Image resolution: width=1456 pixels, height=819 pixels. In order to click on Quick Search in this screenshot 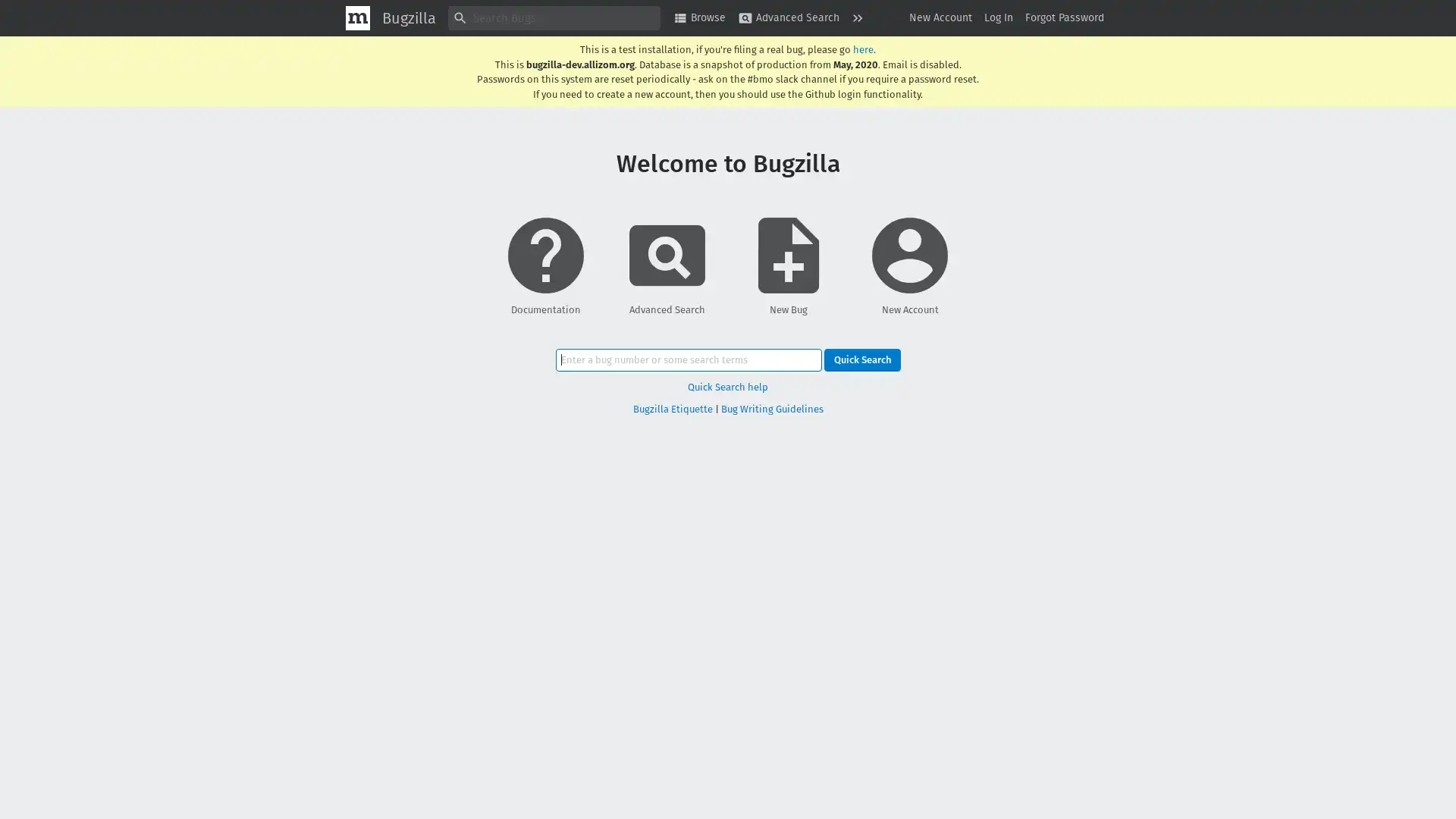, I will do `click(861, 359)`.